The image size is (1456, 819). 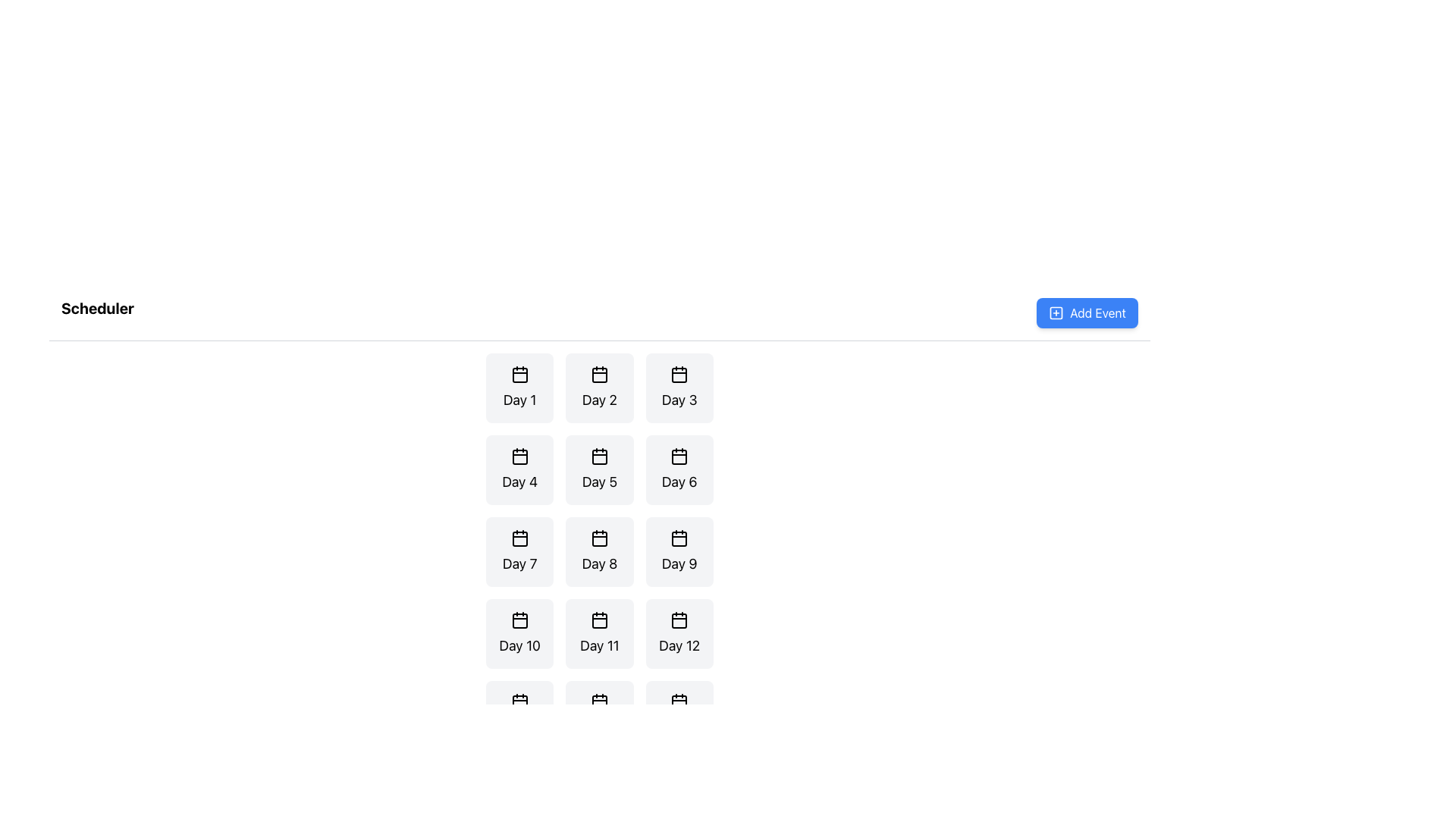 What do you see at coordinates (519, 701) in the screenshot?
I see `the calendar icon representing 'Day 13' in the scheduling application, located at the top of the card` at bounding box center [519, 701].